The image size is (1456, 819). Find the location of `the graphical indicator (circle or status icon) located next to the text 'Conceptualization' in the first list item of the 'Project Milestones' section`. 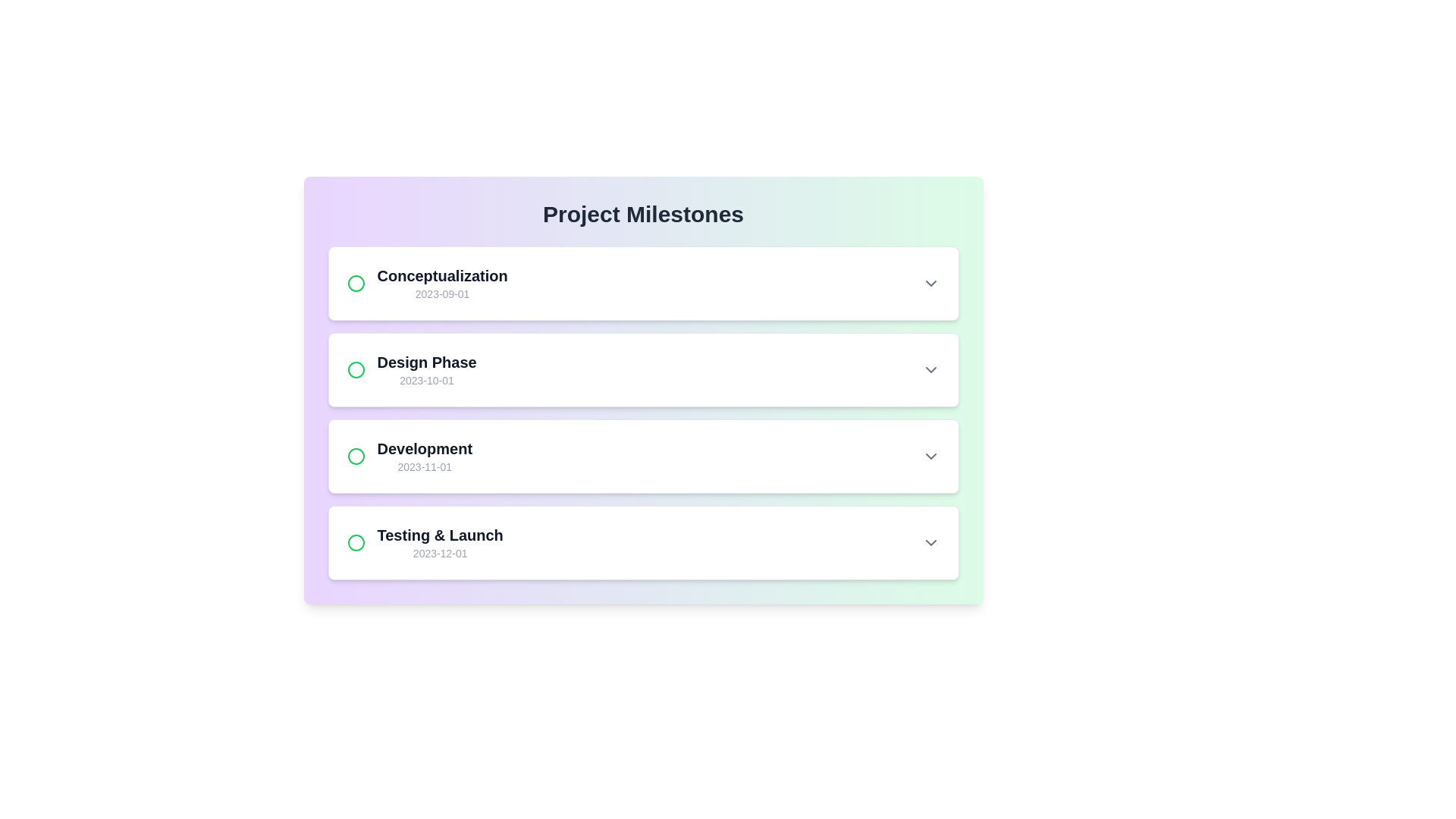

the graphical indicator (circle or status icon) located next to the text 'Conceptualization' in the first list item of the 'Project Milestones' section is located at coordinates (355, 284).